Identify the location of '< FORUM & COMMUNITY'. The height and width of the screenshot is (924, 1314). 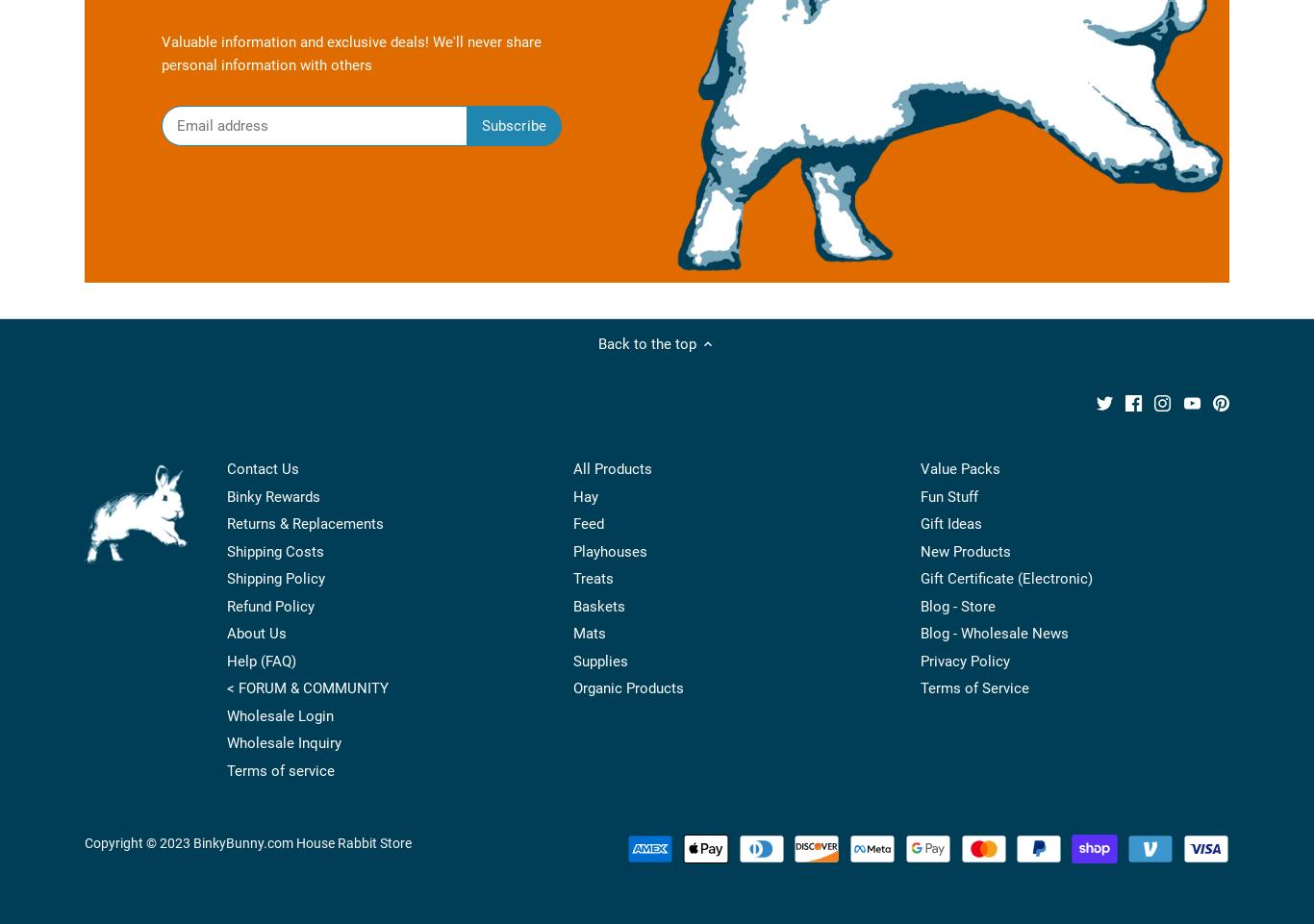
(306, 688).